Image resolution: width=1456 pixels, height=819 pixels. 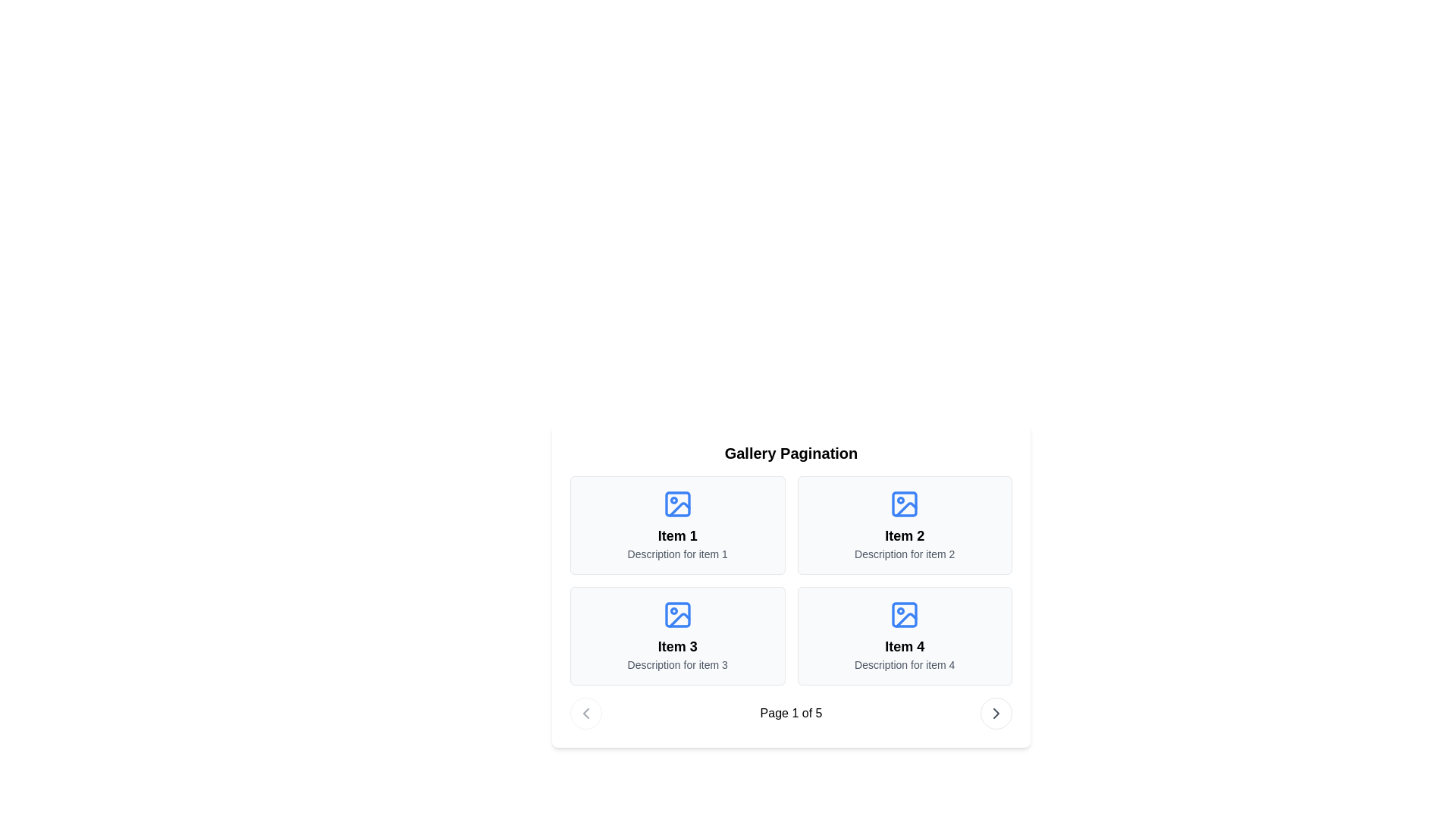 I want to click on the text label displaying 'Page 1 of 5' in the pagination section of the interface, positioned between the left and right navigational buttons, so click(x=790, y=714).